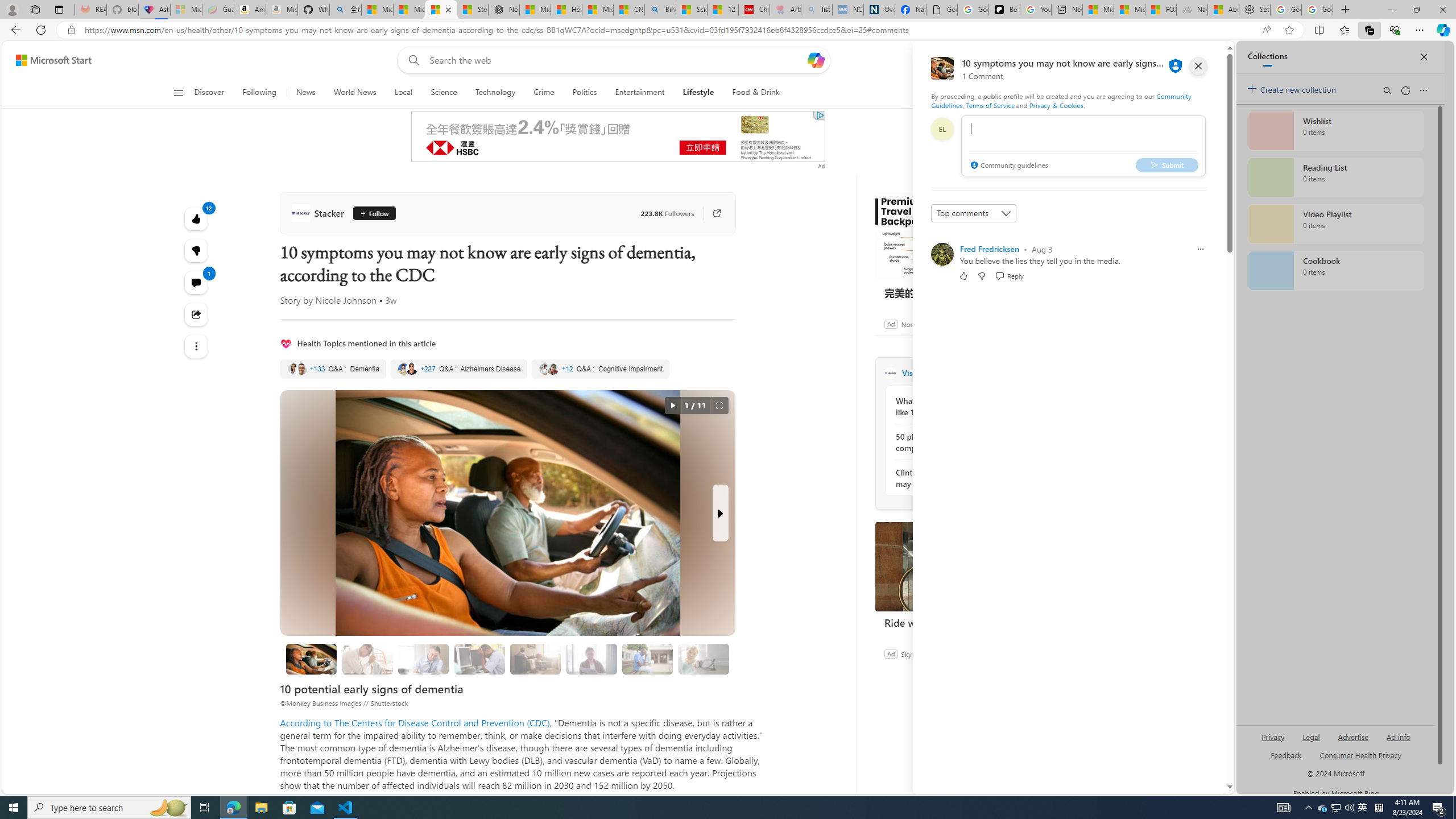 This screenshot has width=1456, height=819. What do you see at coordinates (458, 368) in the screenshot?
I see `'Alzheimers Disease'` at bounding box center [458, 368].